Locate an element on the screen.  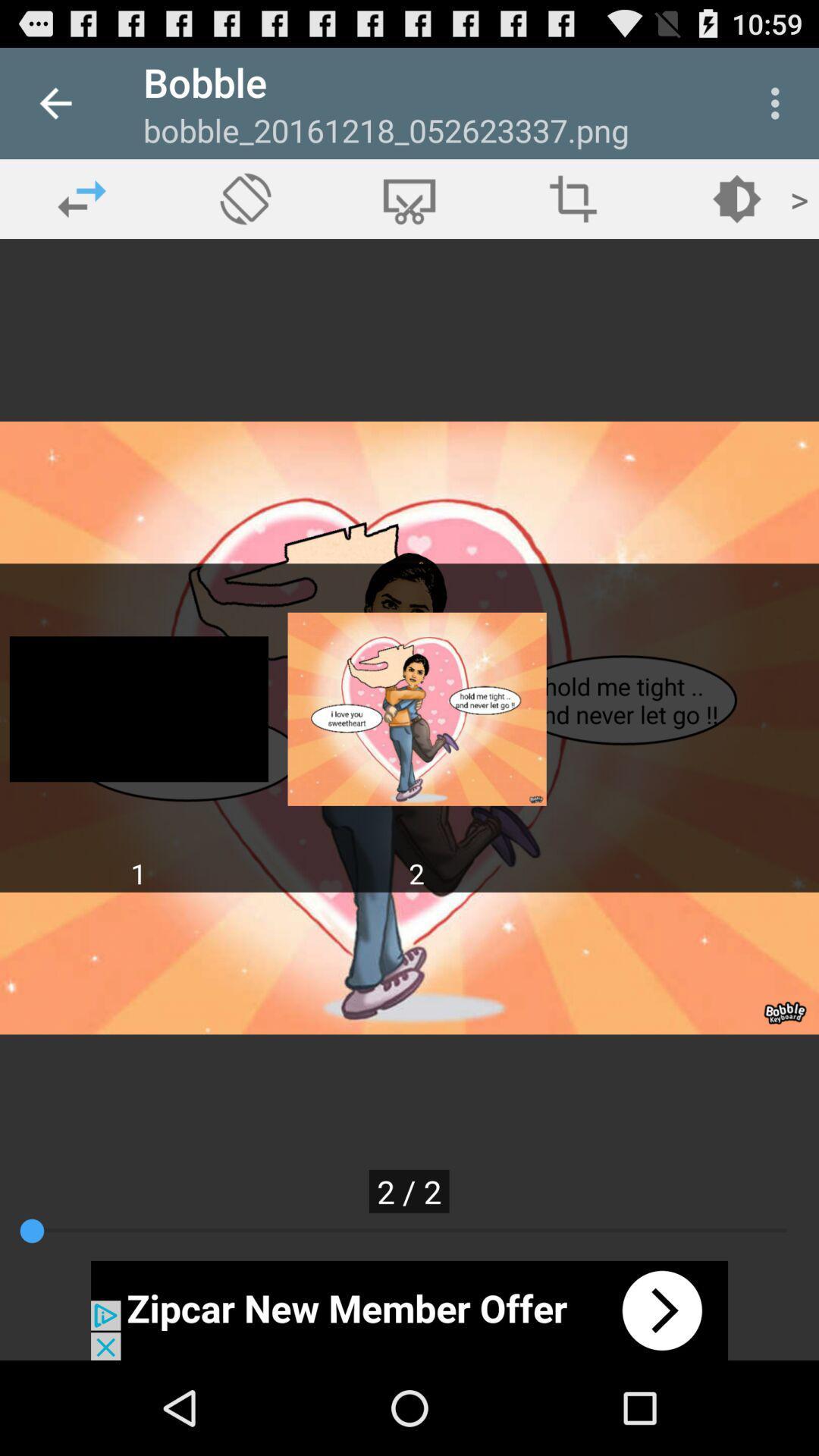
the explore icon is located at coordinates (245, 177).